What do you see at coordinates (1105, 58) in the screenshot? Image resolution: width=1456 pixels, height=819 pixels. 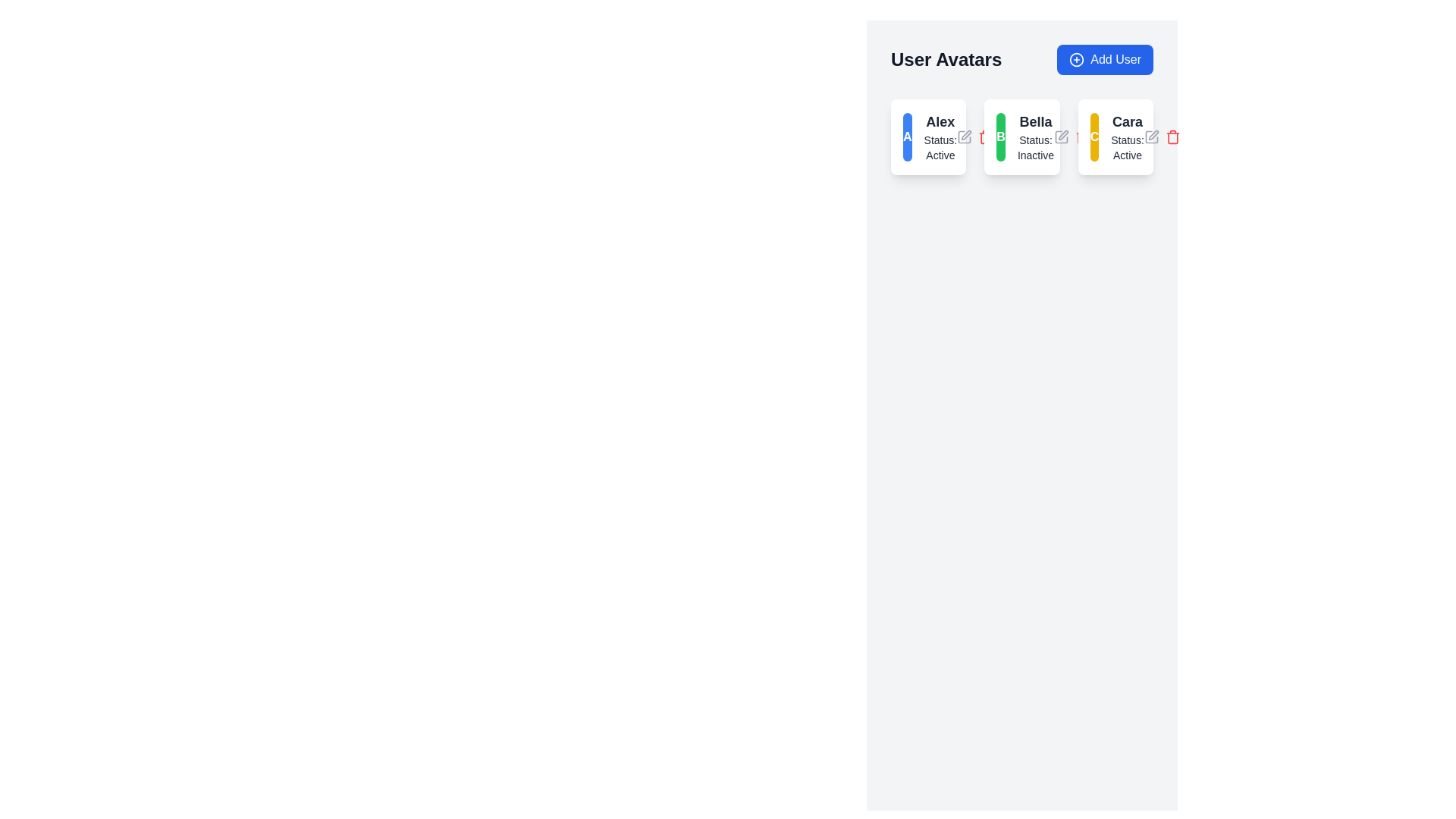 I see `the button located to the right of the 'User Avatars' text in the header section to initiate the action of adding a new user` at bounding box center [1105, 58].